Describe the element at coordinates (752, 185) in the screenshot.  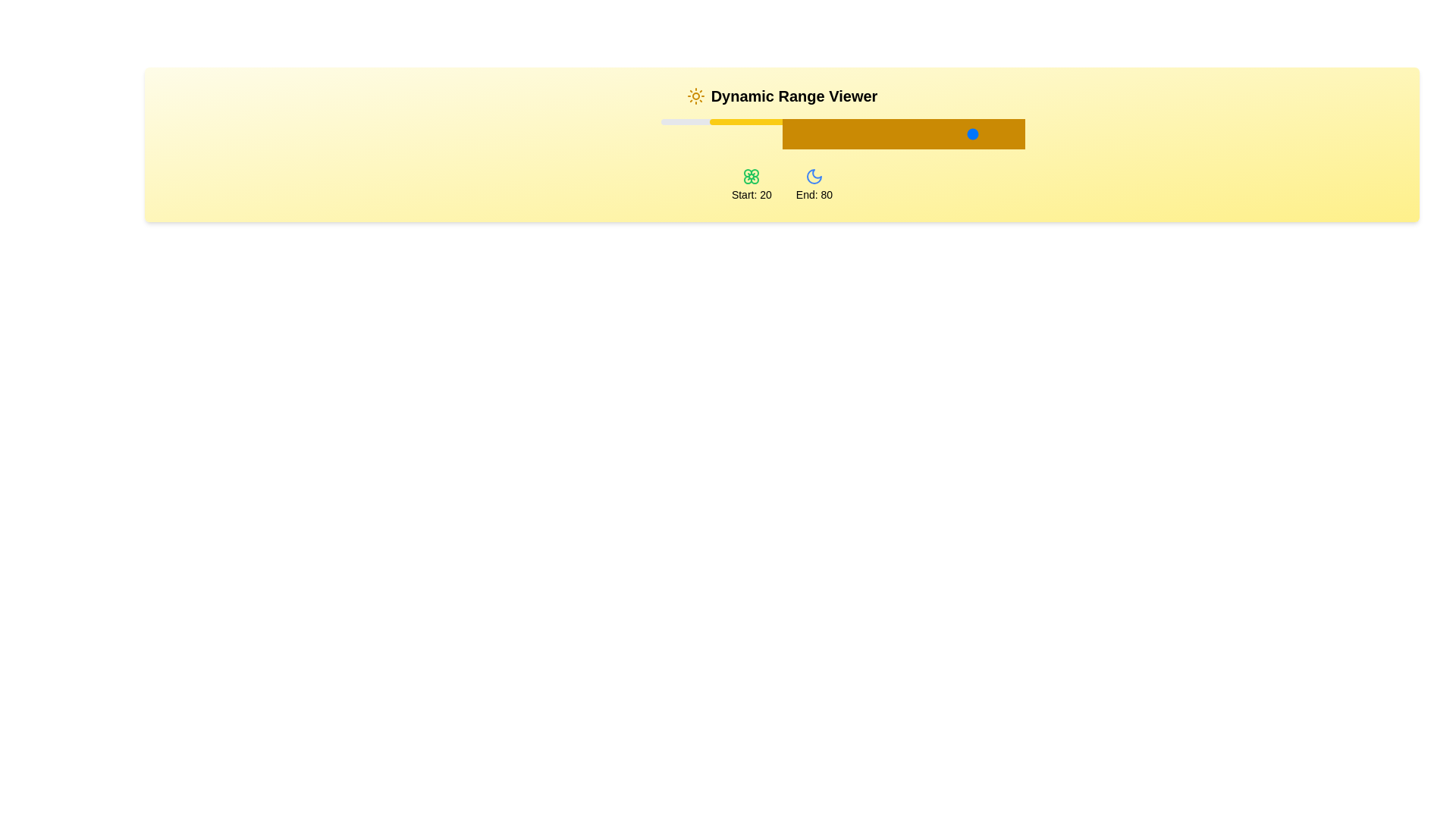
I see `the label indicating the starting value of the range, which is labeled 'Start: 20' and is located below the slider component` at that location.